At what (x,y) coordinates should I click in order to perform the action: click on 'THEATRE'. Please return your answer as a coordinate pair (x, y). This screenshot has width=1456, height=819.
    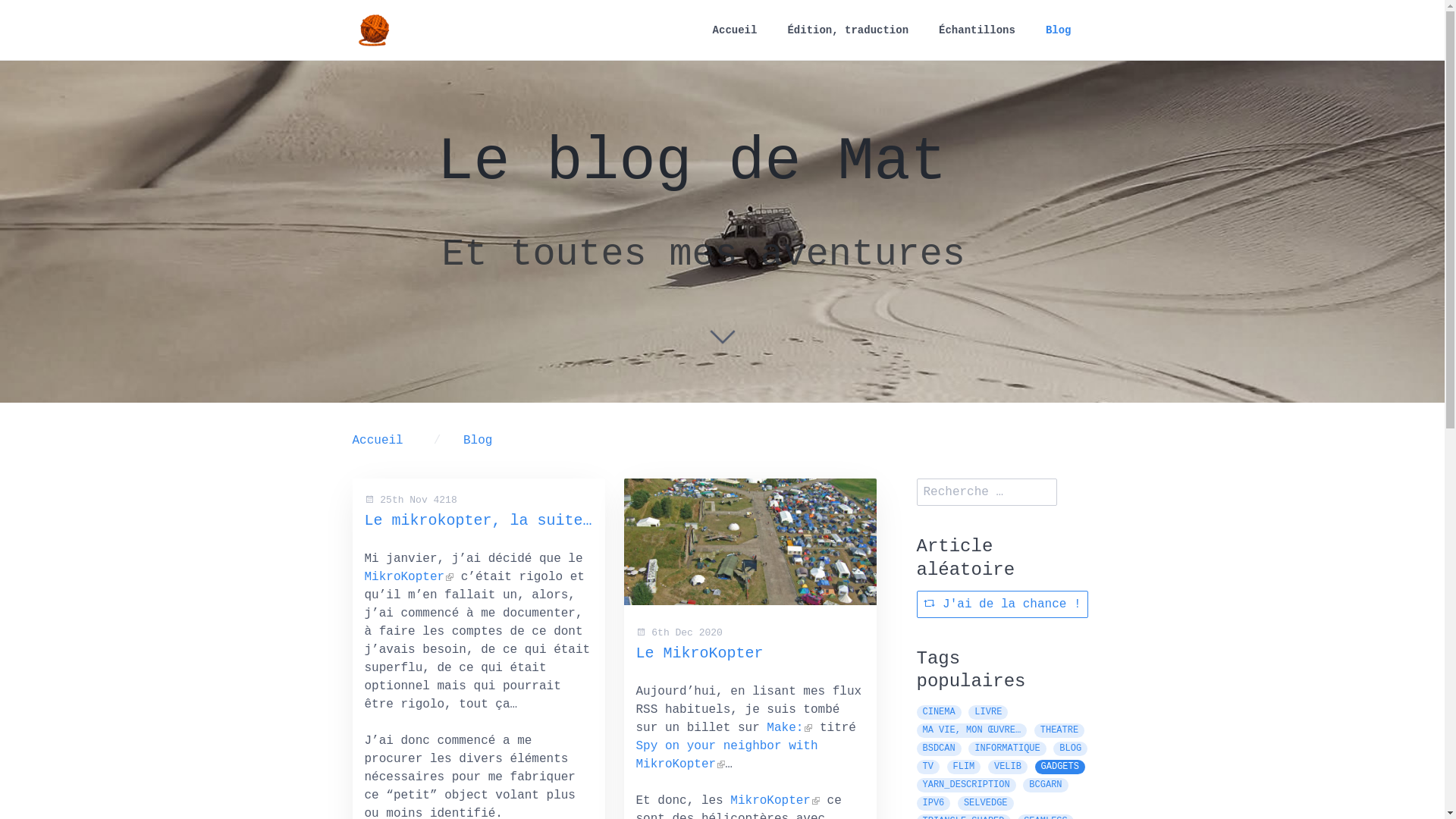
    Looking at the image, I should click on (1058, 730).